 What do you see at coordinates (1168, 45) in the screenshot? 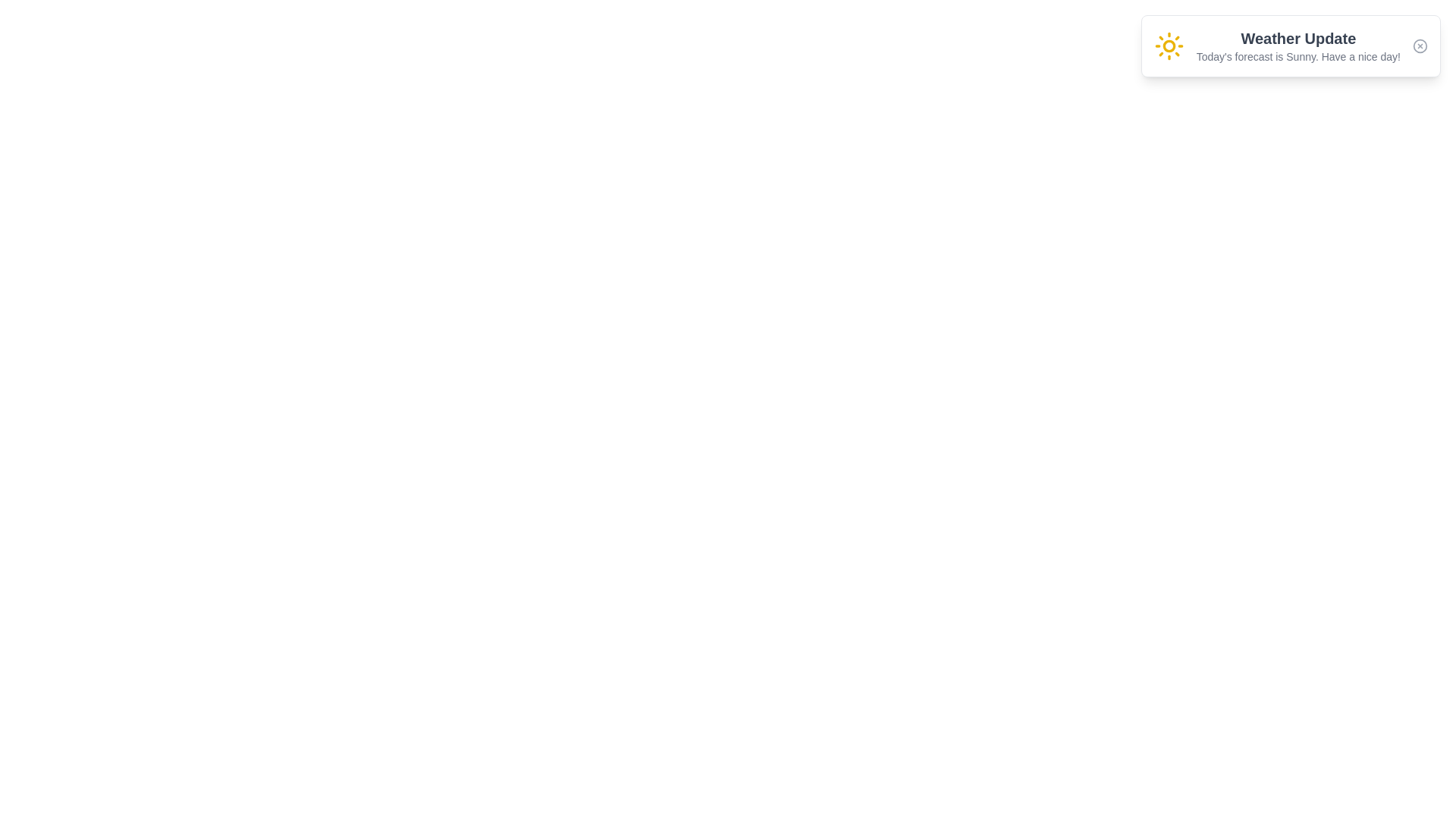
I see `the sun icon, which has a circular center with radiating lines styled in yellow and is located adjacent to the 'Weather Update' heading text` at bounding box center [1168, 45].